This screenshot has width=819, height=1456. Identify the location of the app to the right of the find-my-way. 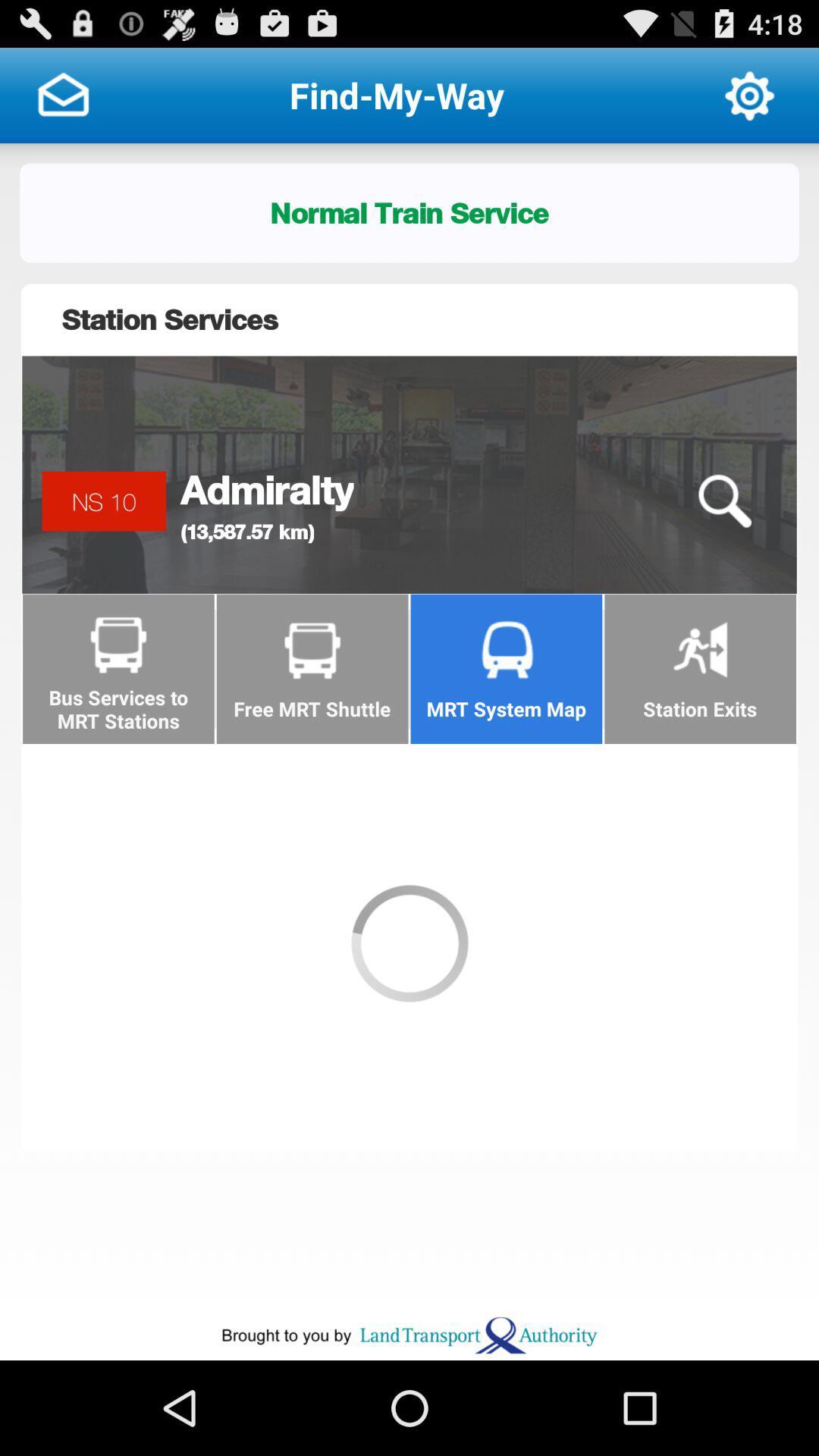
(748, 94).